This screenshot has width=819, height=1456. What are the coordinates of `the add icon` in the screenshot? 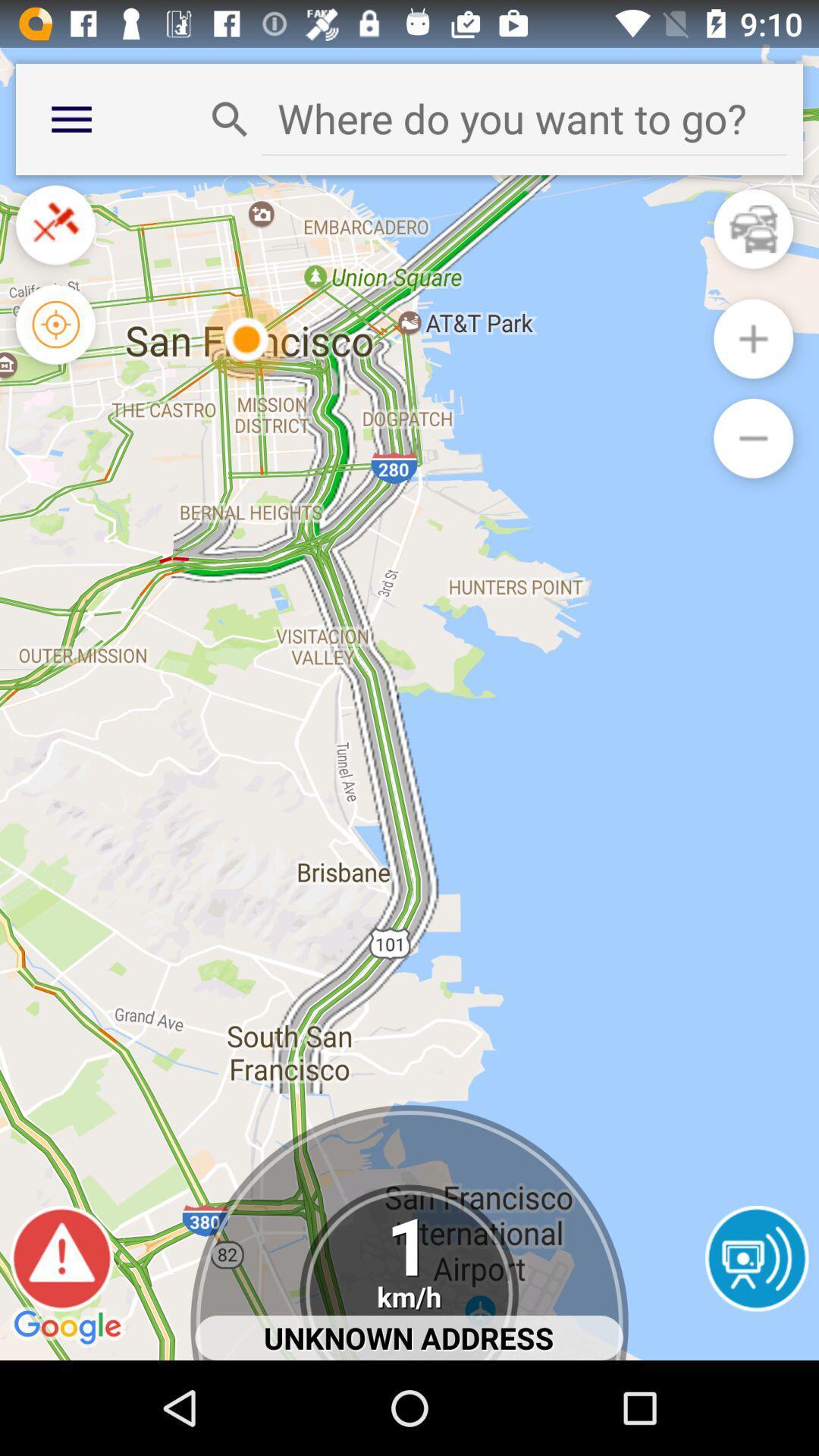 It's located at (753, 362).